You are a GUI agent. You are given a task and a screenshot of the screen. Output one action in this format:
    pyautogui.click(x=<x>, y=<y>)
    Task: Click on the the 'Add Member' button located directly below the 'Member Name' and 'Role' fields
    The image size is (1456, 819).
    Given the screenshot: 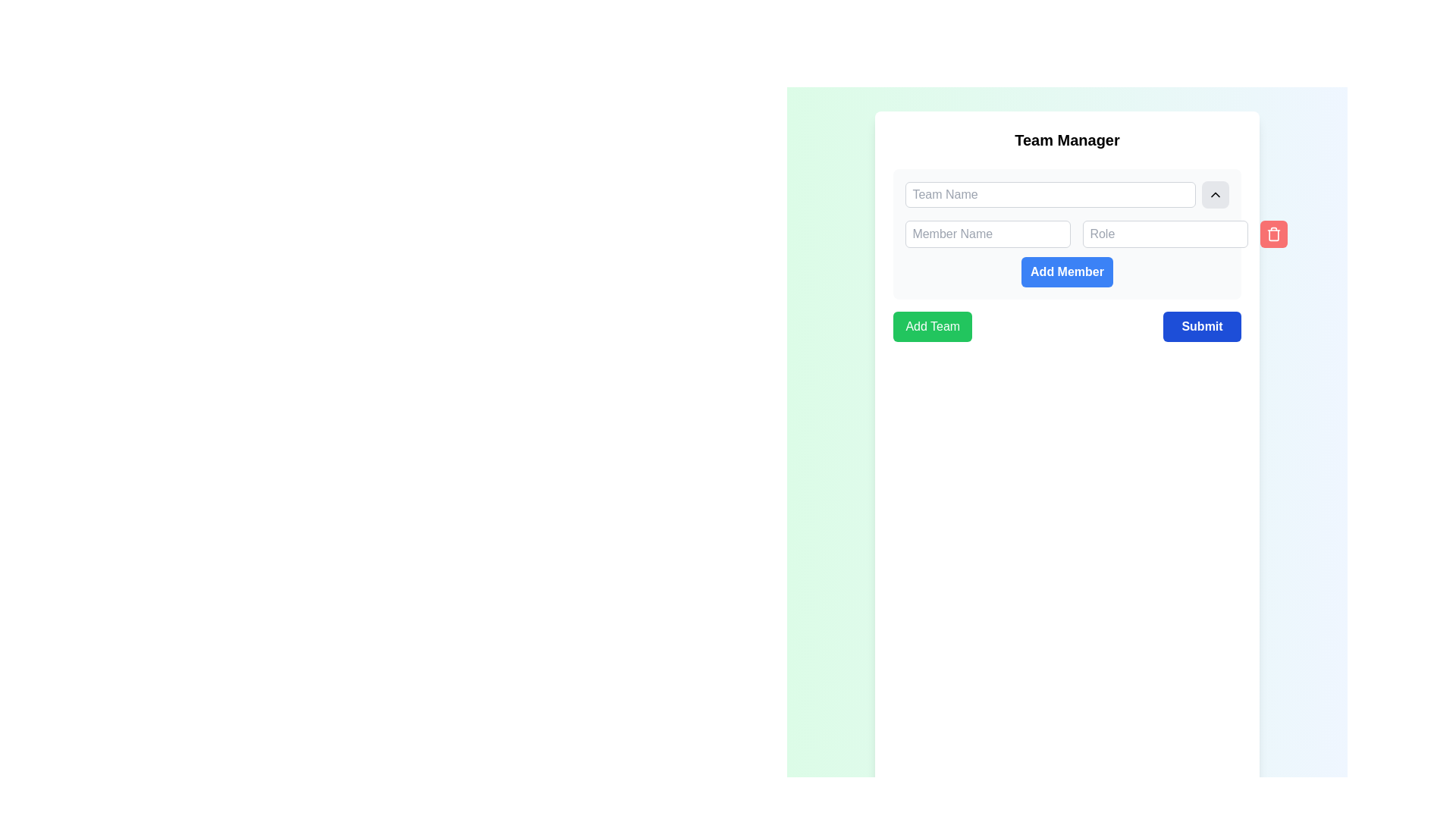 What is the action you would take?
    pyautogui.click(x=1066, y=253)
    